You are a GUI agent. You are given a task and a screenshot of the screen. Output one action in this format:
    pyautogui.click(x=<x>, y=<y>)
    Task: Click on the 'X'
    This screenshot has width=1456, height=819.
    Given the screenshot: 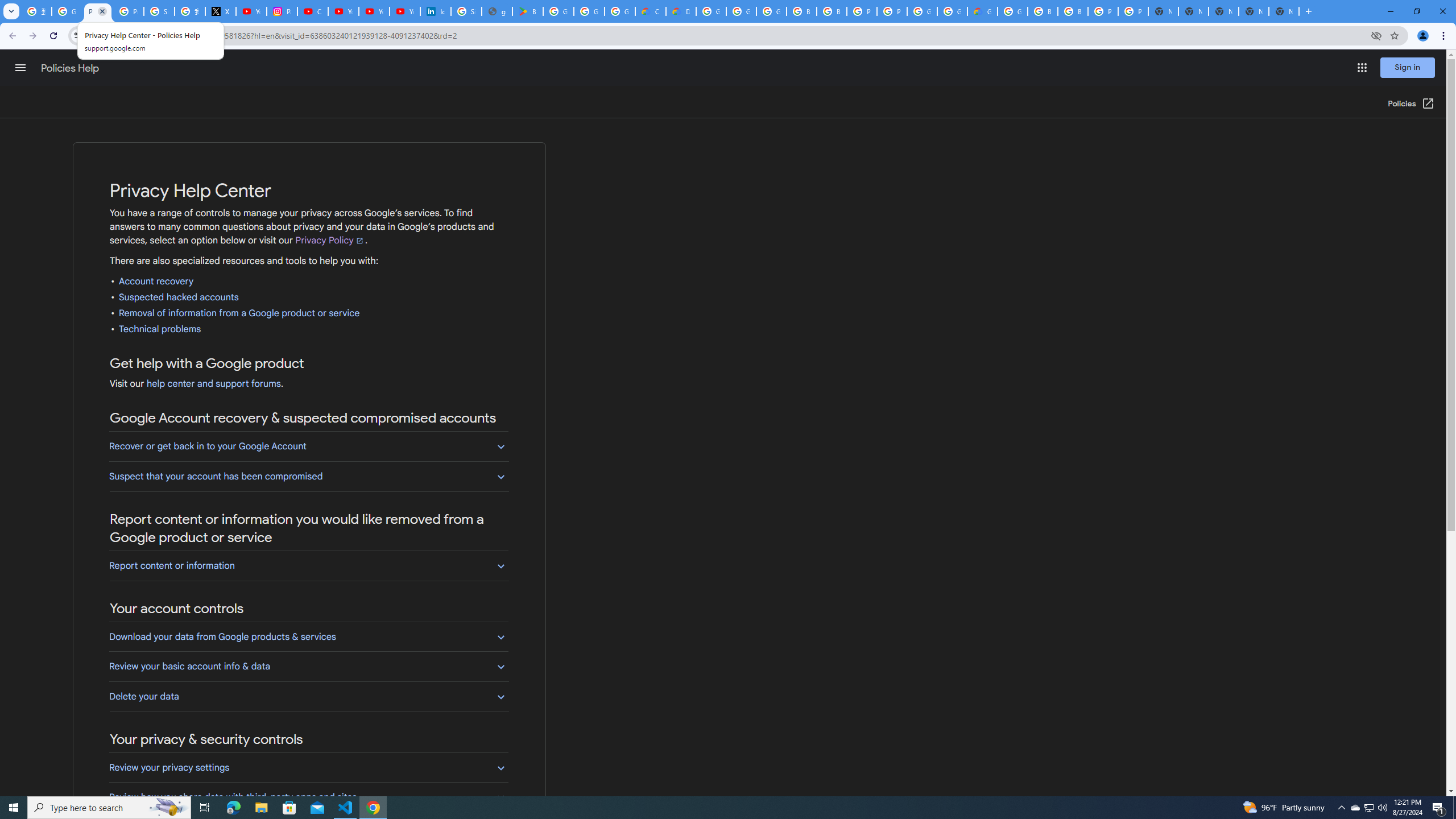 What is the action you would take?
    pyautogui.click(x=221, y=11)
    